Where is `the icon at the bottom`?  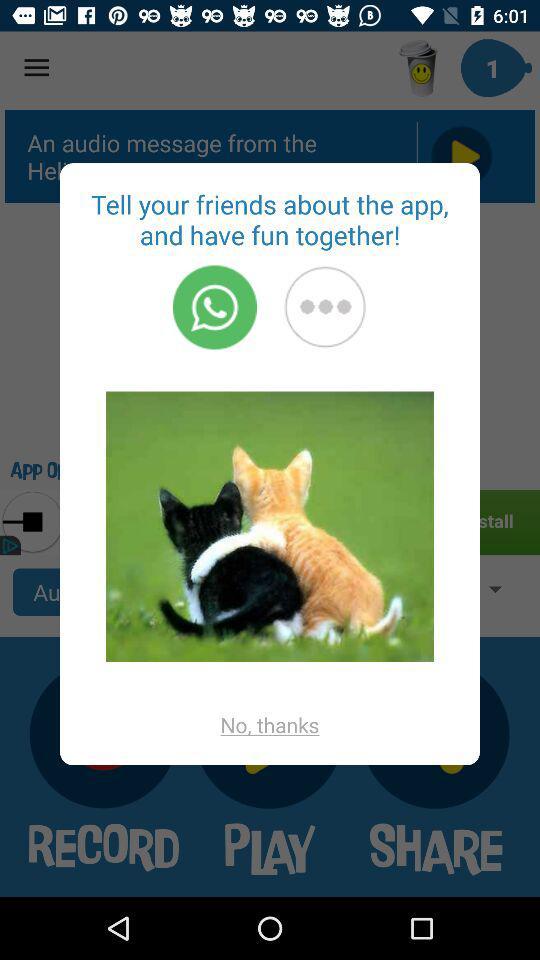 the icon at the bottom is located at coordinates (270, 723).